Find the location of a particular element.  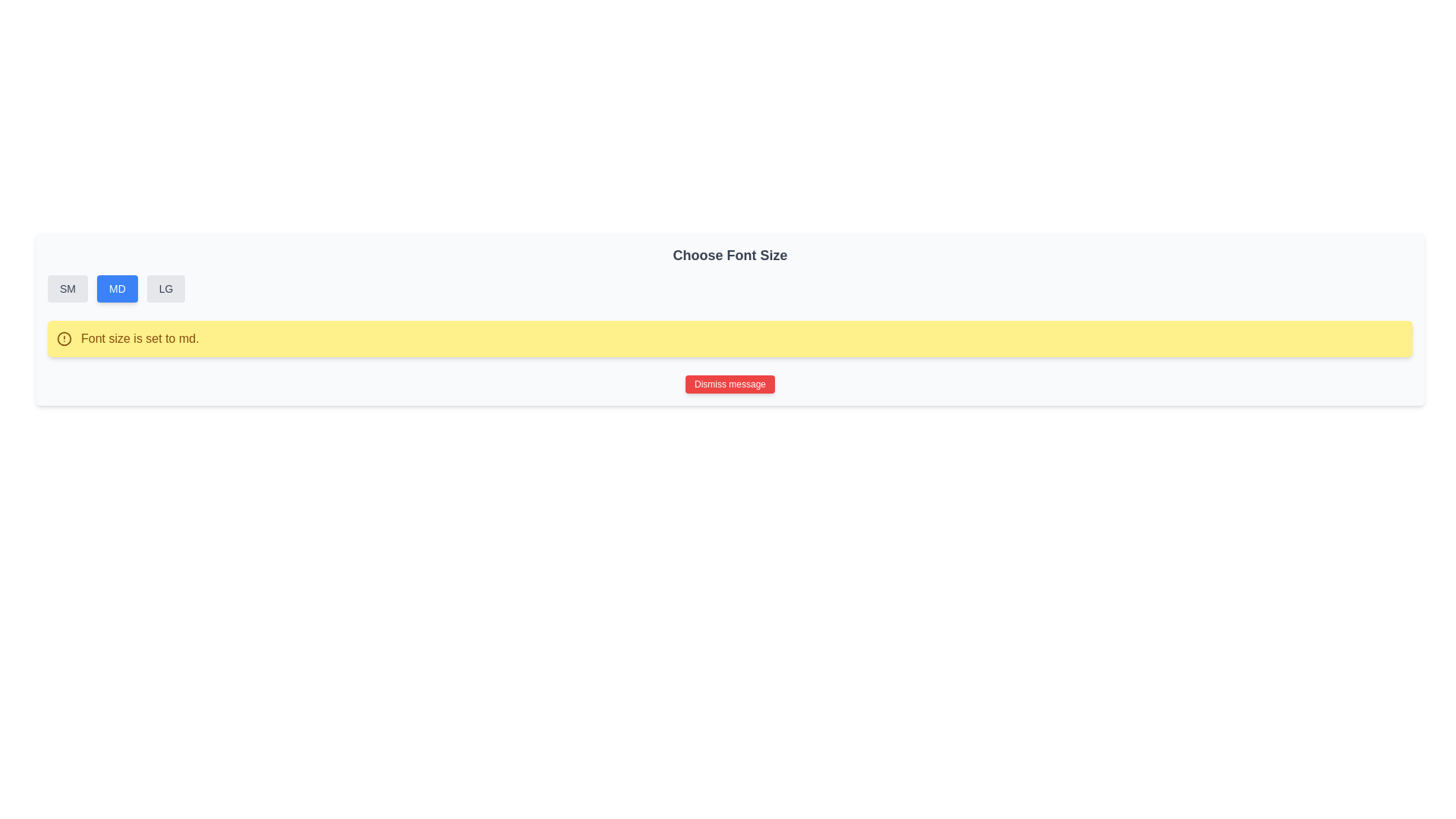

the warning icon is located at coordinates (64, 338).